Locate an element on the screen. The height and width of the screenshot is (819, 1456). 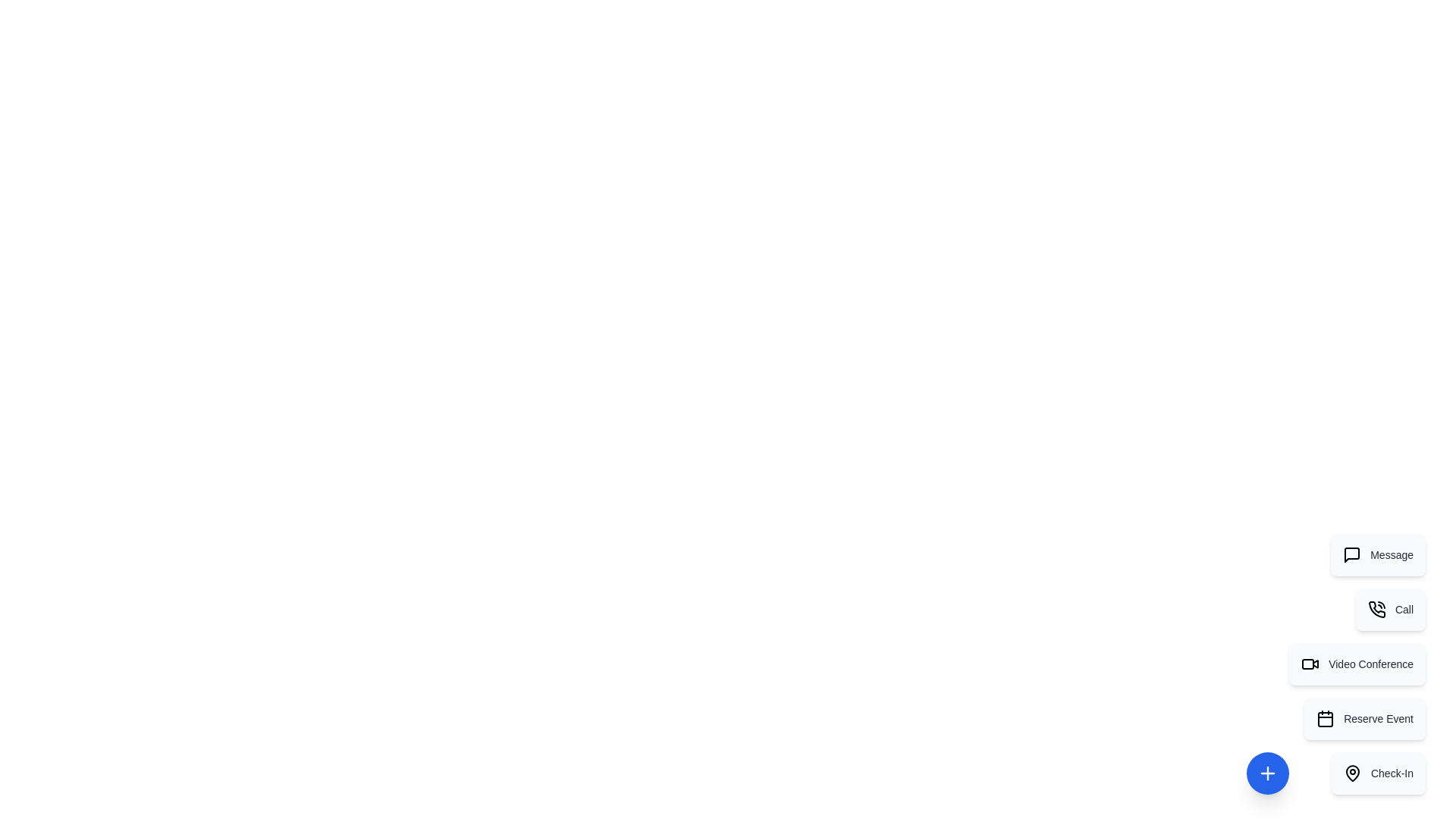
the action item Reserve Event from the menu is located at coordinates (1365, 718).